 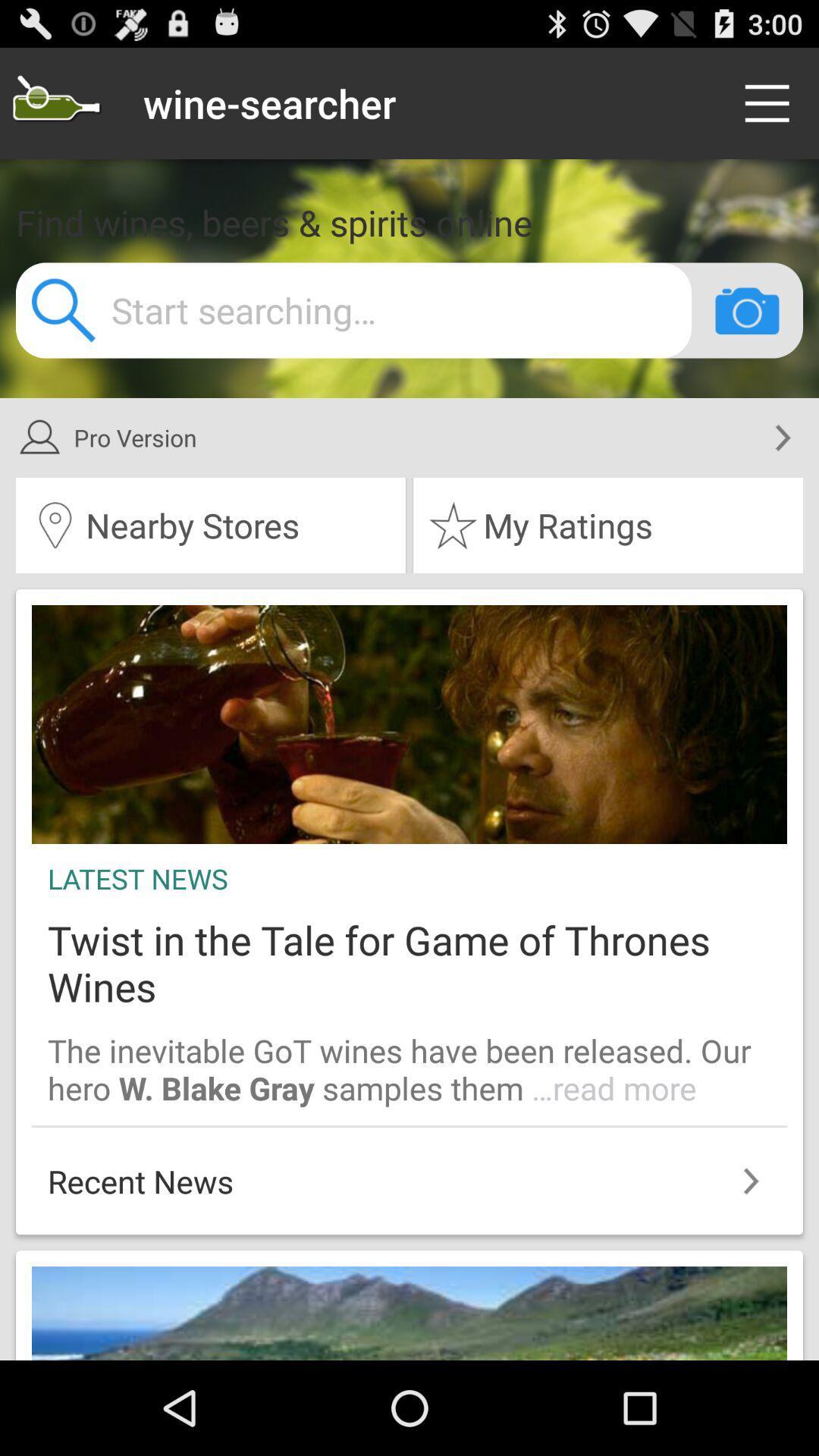 I want to click on item below the pro version item, so click(x=210, y=525).